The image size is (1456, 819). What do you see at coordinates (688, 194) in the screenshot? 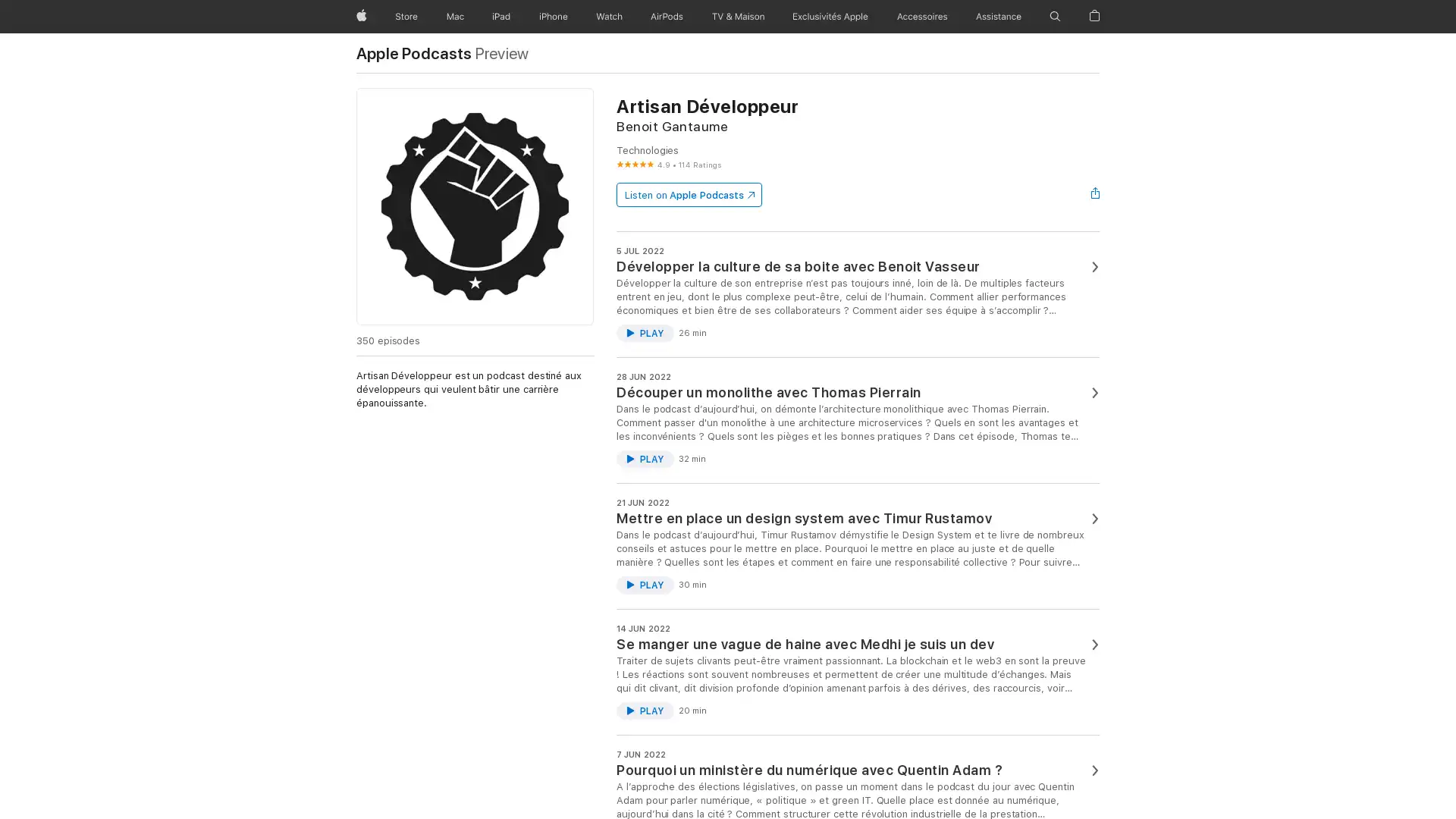
I see `Listen on Apple Podcasts` at bounding box center [688, 194].